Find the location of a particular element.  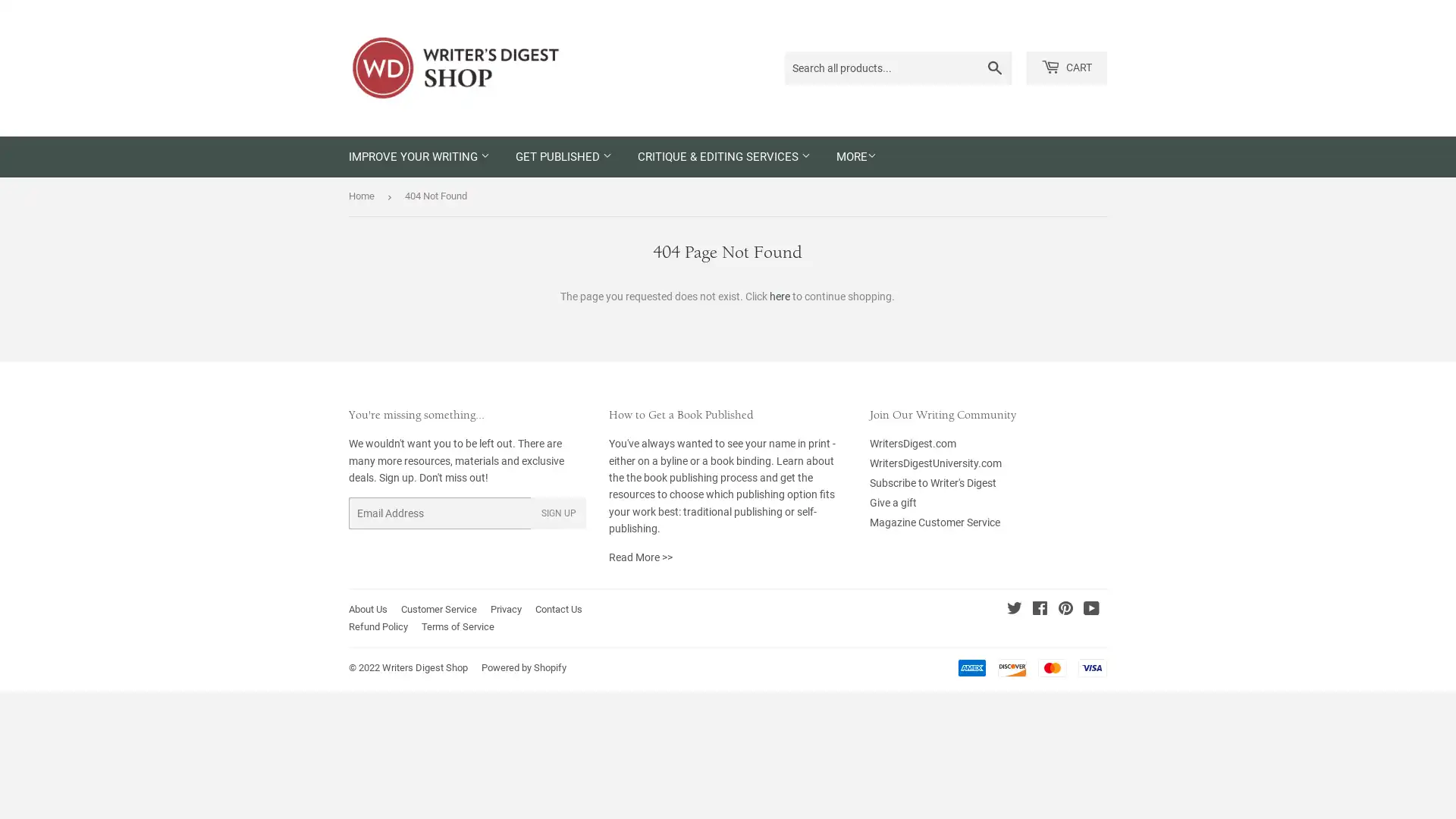

SIGN UP is located at coordinates (558, 513).